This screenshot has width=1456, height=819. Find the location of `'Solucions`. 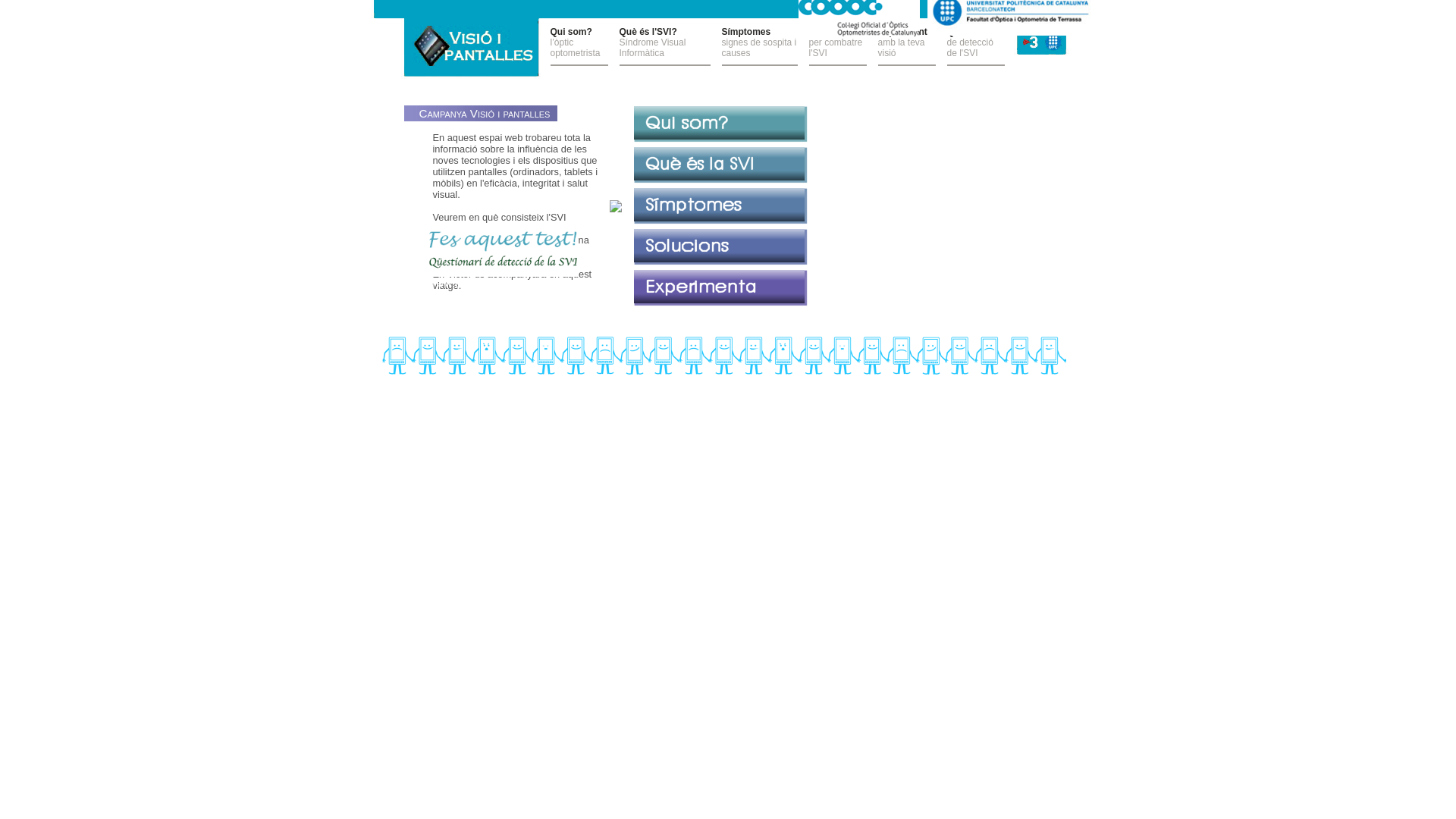

'Solucions is located at coordinates (836, 45).